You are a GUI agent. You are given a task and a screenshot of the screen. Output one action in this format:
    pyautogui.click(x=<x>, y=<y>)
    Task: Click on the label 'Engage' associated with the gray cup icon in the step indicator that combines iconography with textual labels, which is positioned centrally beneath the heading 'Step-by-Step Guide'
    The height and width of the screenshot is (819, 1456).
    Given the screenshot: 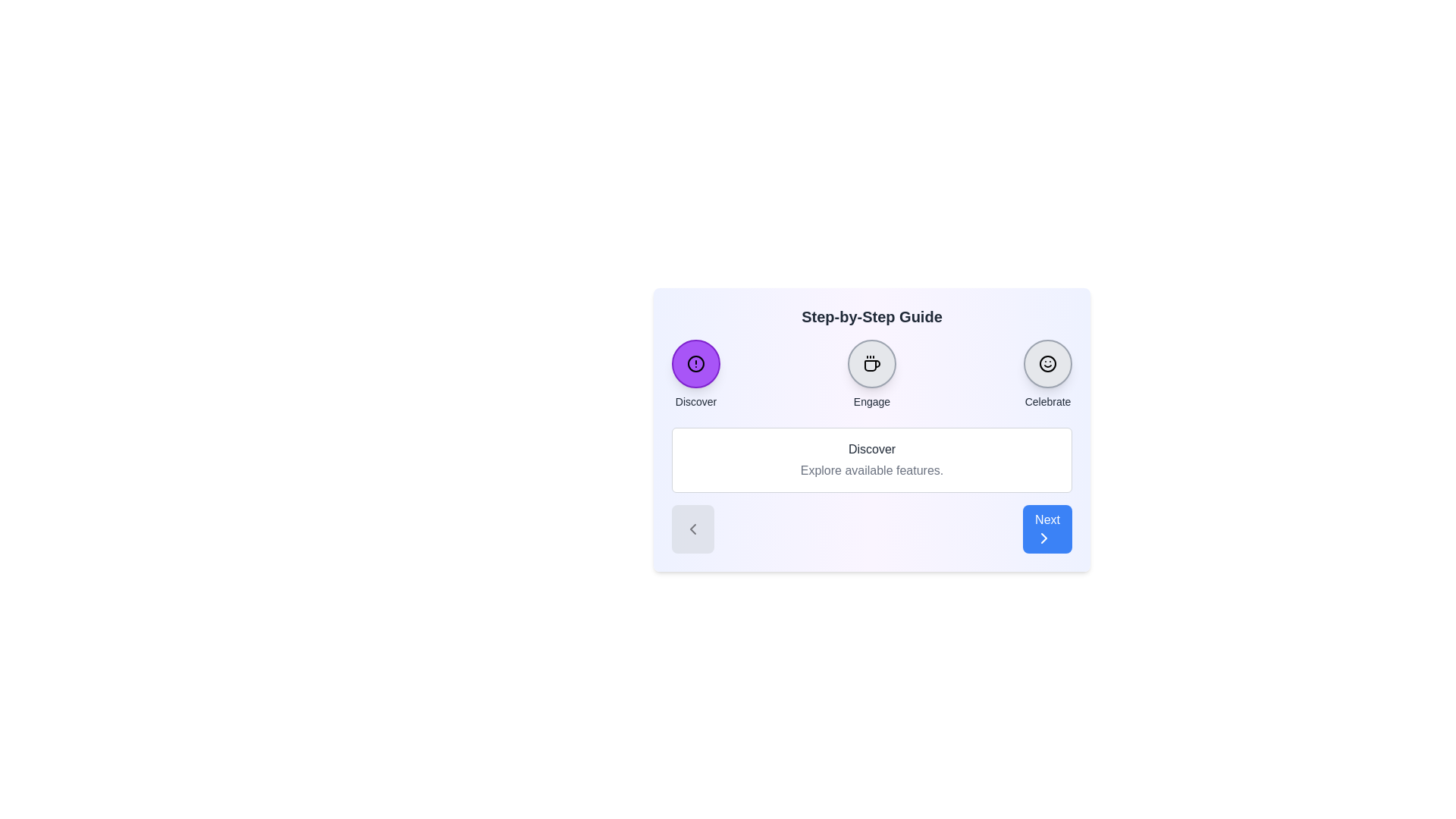 What is the action you would take?
    pyautogui.click(x=872, y=374)
    